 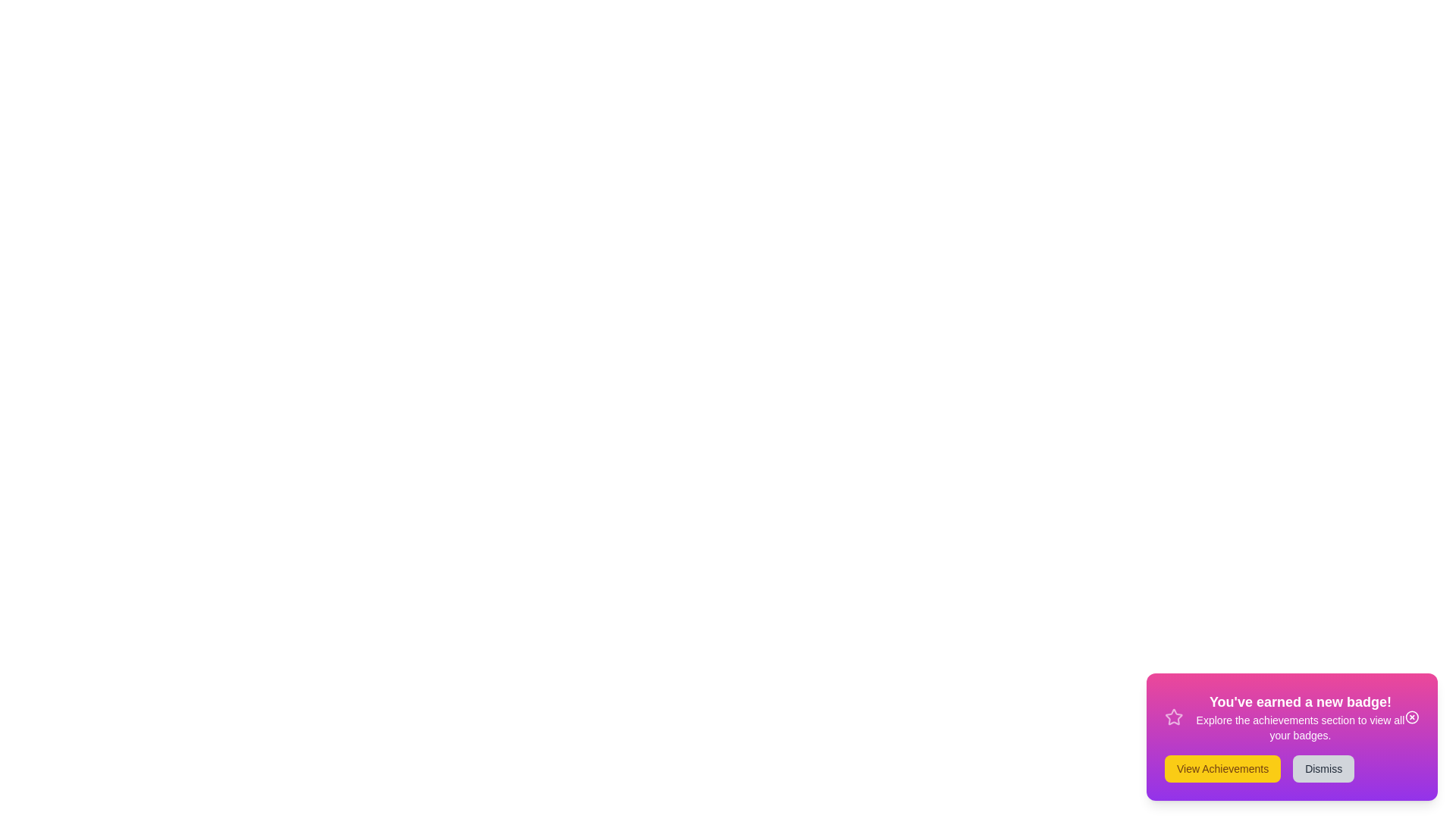 I want to click on the 'Dismiss' button to close the FancySnackbar, so click(x=1323, y=769).